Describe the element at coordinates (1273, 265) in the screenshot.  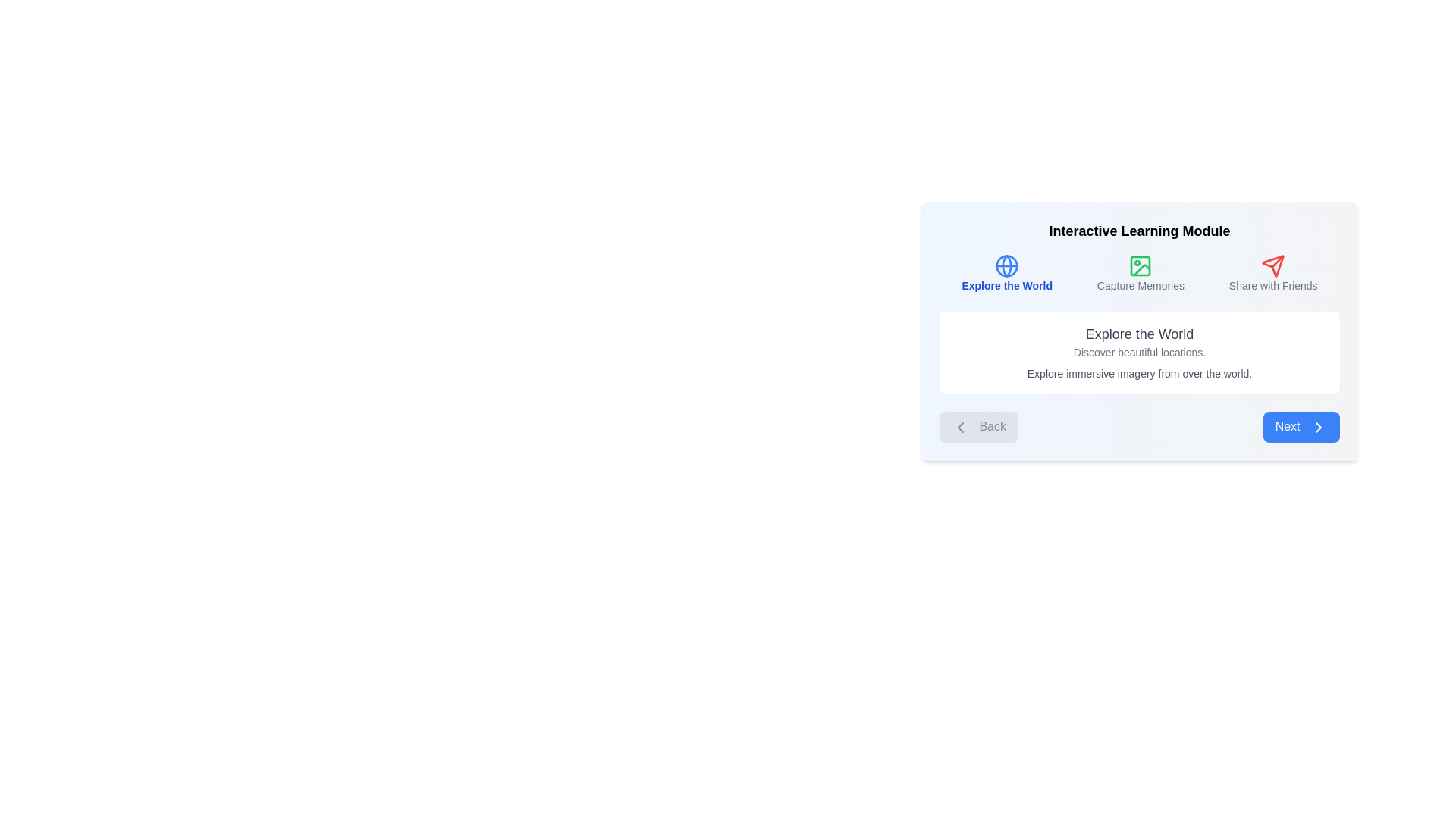
I see `the 'Share with Friends' icon located at the top of the 'Interactive Learning Module'` at that location.